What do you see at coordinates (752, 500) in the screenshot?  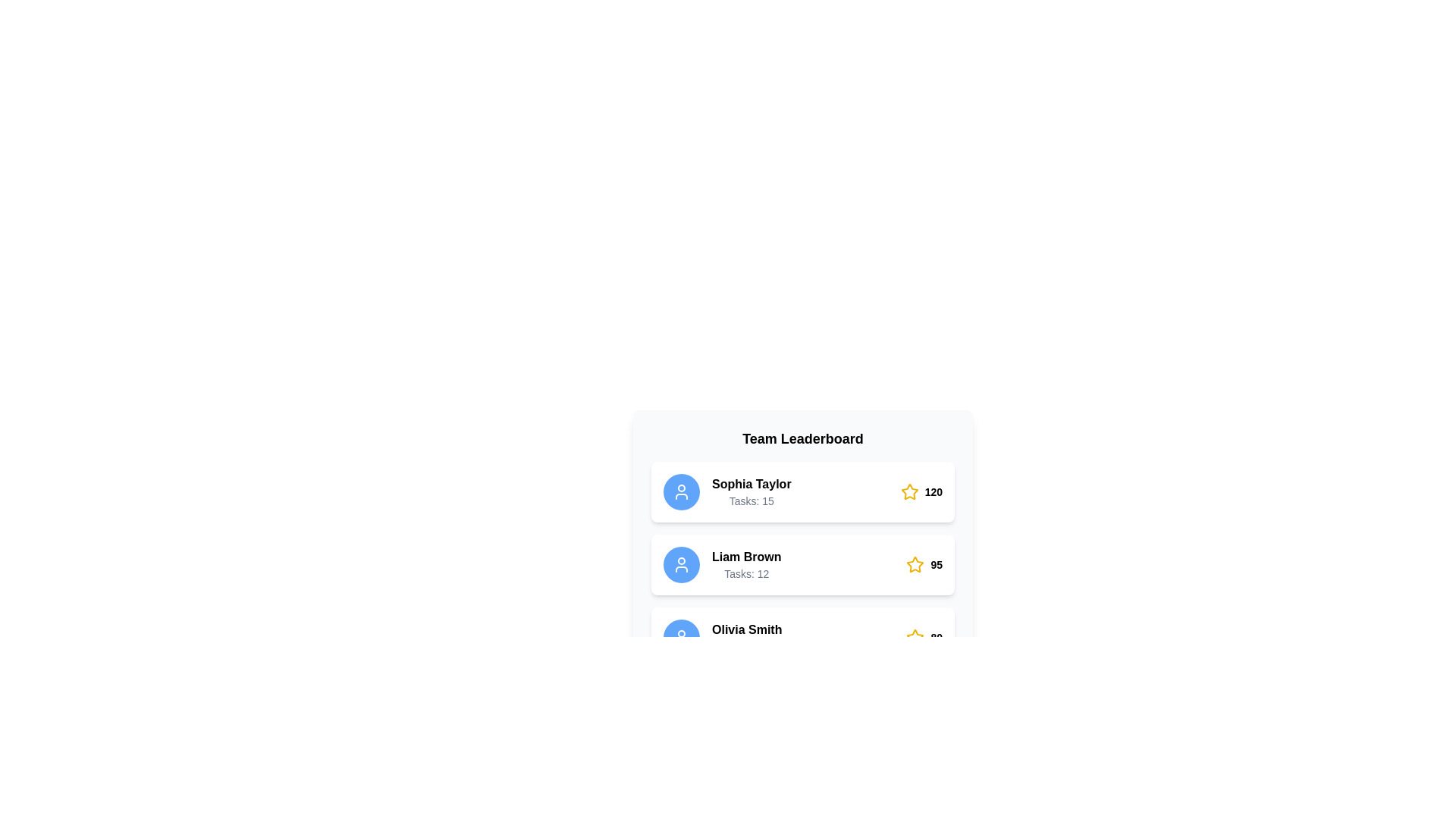 I see `the text element displaying 'Tasks: 15', which is located beneath 'Sophia Taylor' in the leaderboard entry` at bounding box center [752, 500].